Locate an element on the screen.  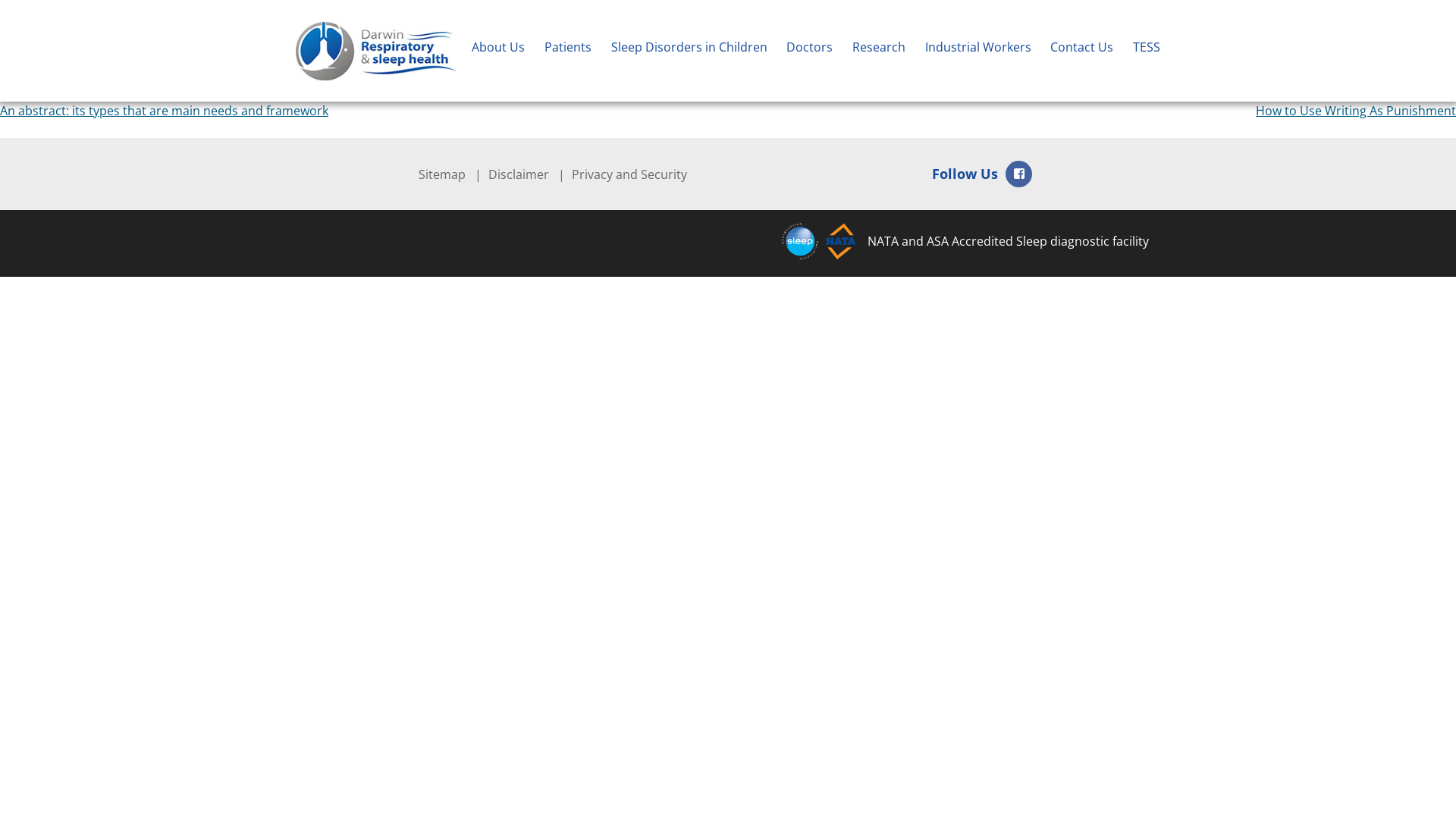
'Doctors' is located at coordinates (808, 49).